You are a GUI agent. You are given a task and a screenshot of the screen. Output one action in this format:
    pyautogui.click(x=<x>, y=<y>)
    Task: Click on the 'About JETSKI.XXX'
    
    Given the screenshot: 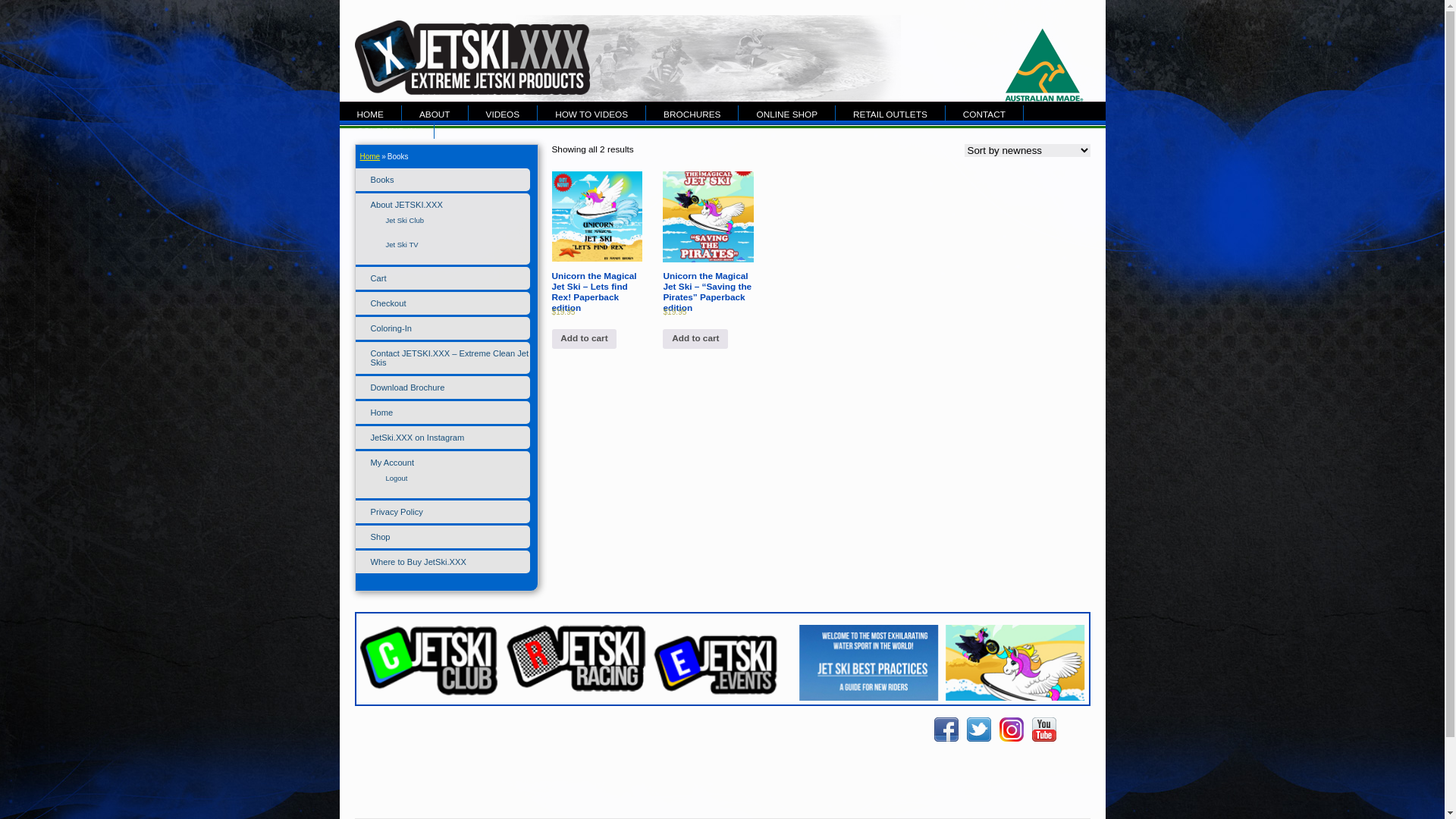 What is the action you would take?
    pyautogui.click(x=370, y=205)
    